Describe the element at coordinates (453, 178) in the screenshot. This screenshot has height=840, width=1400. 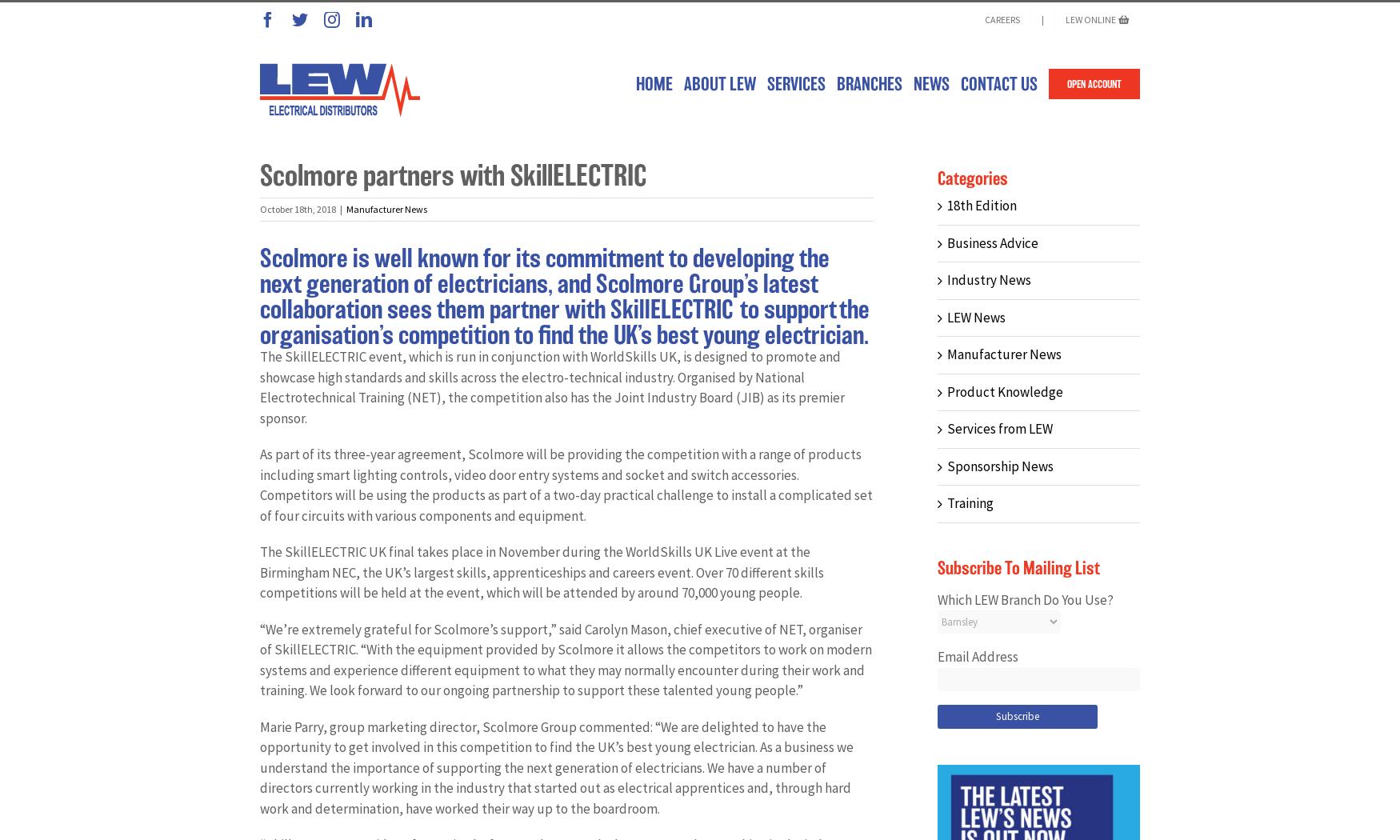
I see `'Scolmore partners with SkillELECTRIC'` at that location.